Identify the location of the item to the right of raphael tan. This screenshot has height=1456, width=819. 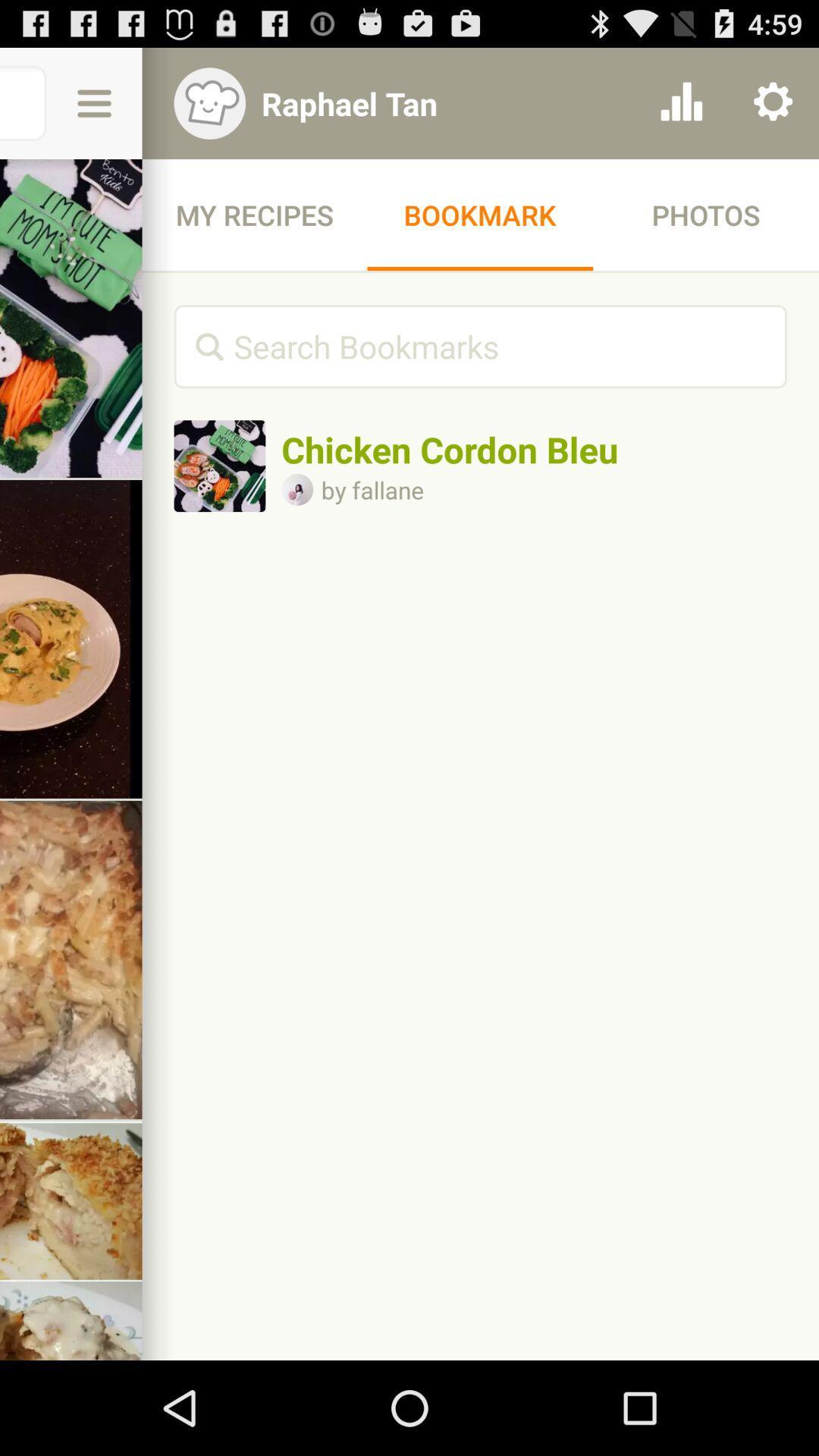
(680, 102).